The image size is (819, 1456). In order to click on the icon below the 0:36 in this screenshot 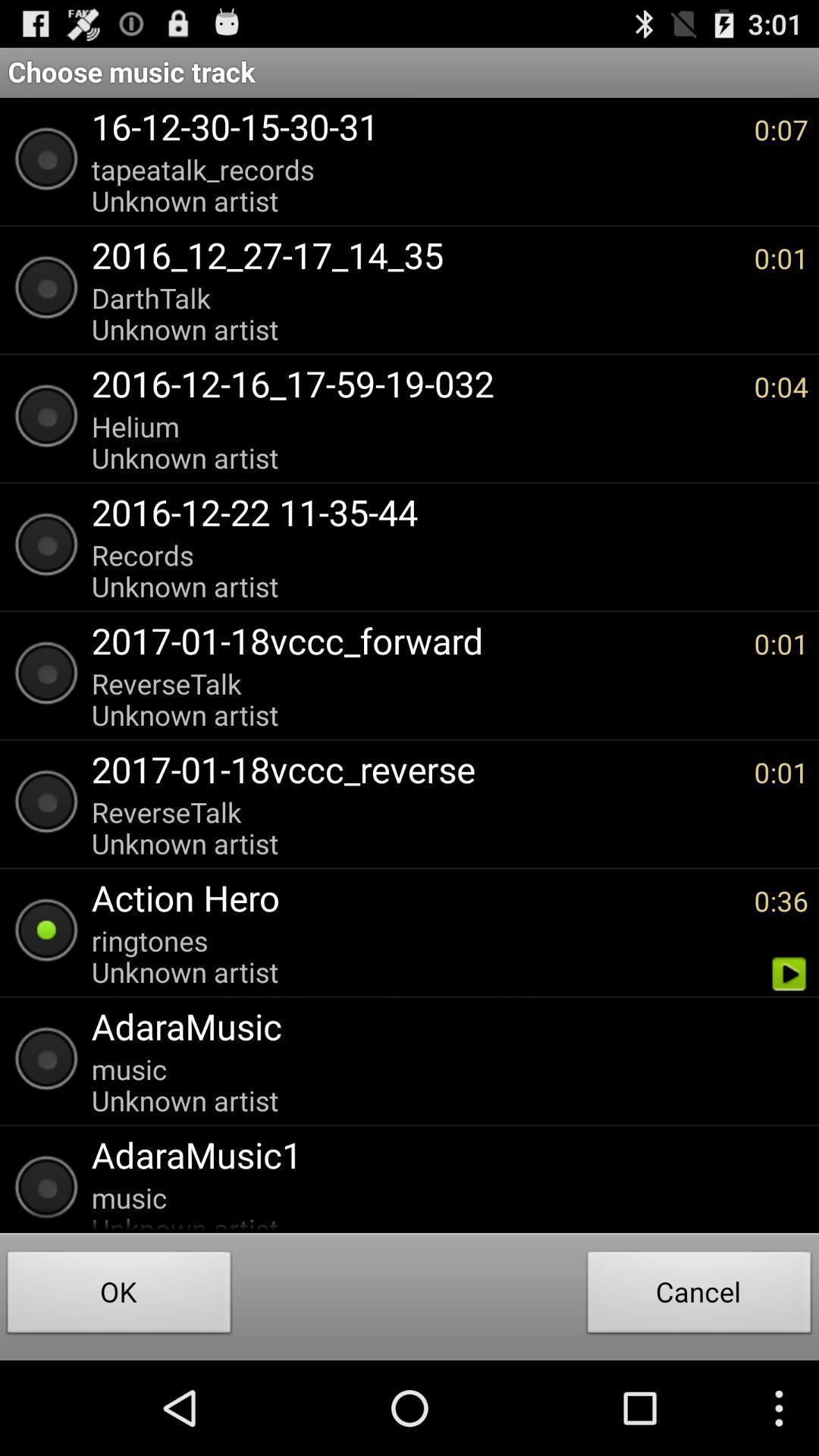, I will do `click(788, 974)`.